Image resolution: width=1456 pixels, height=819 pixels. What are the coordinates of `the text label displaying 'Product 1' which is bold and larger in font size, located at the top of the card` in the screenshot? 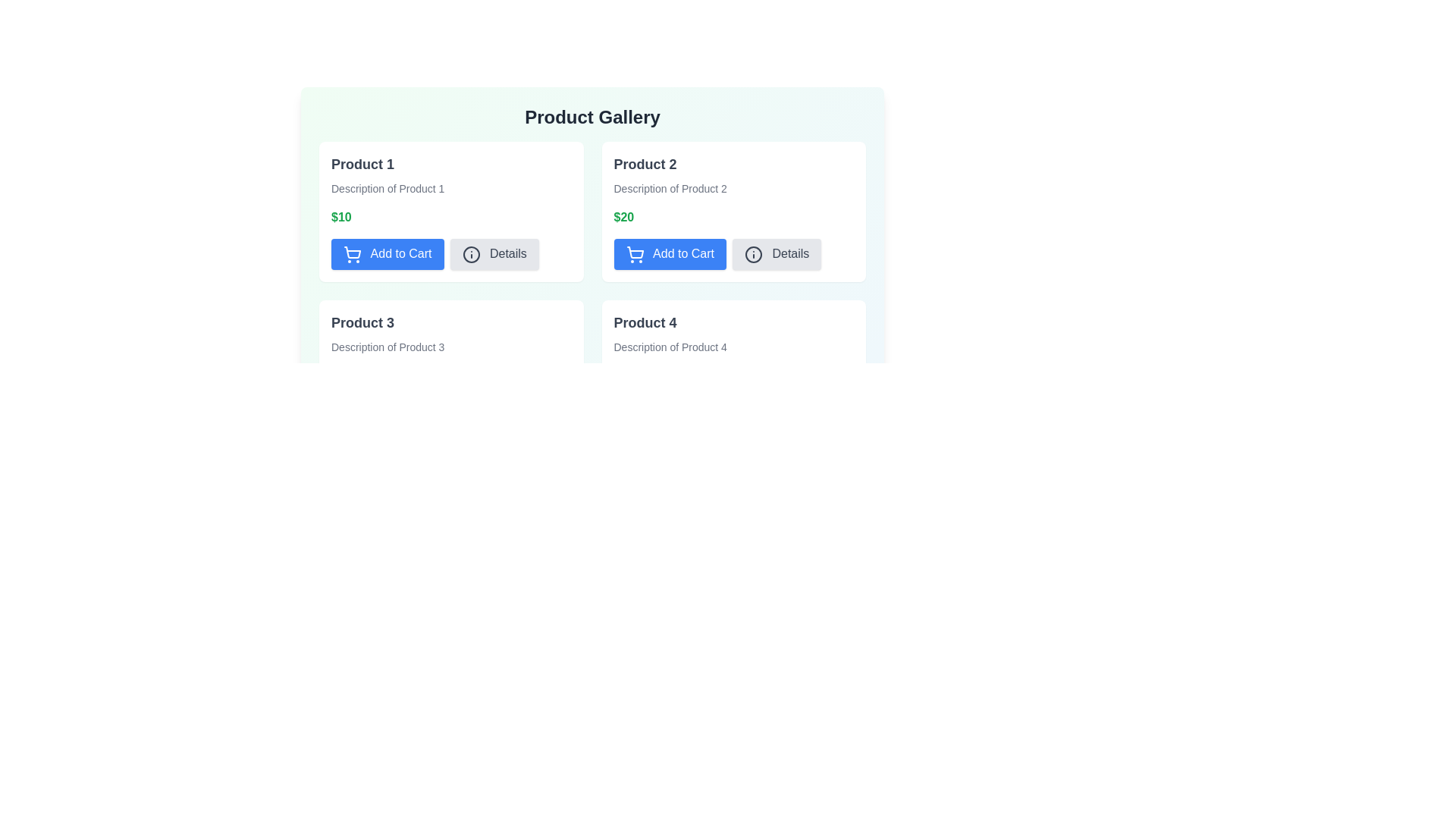 It's located at (362, 164).